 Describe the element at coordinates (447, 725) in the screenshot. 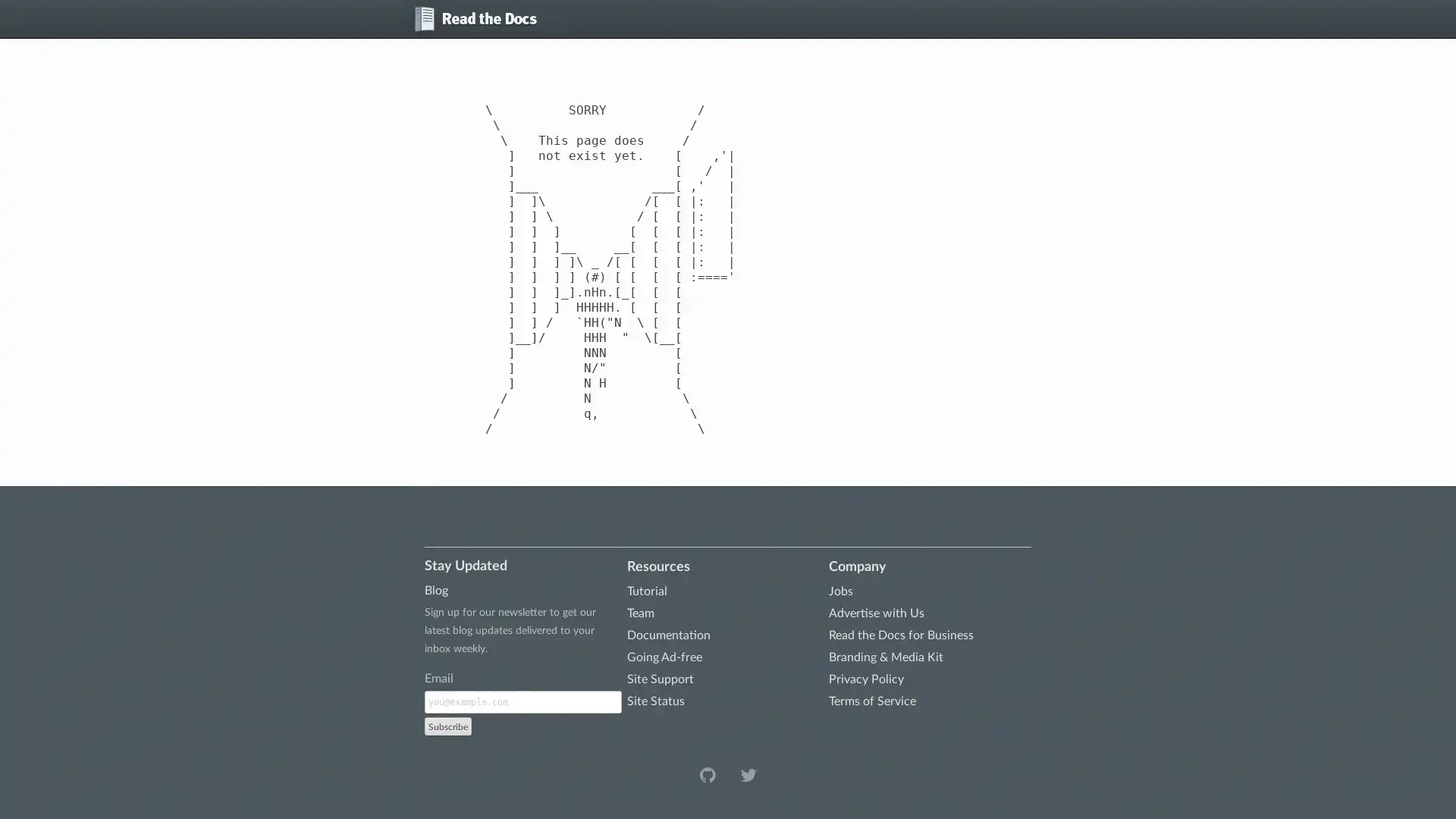

I see `Subscribe` at that location.